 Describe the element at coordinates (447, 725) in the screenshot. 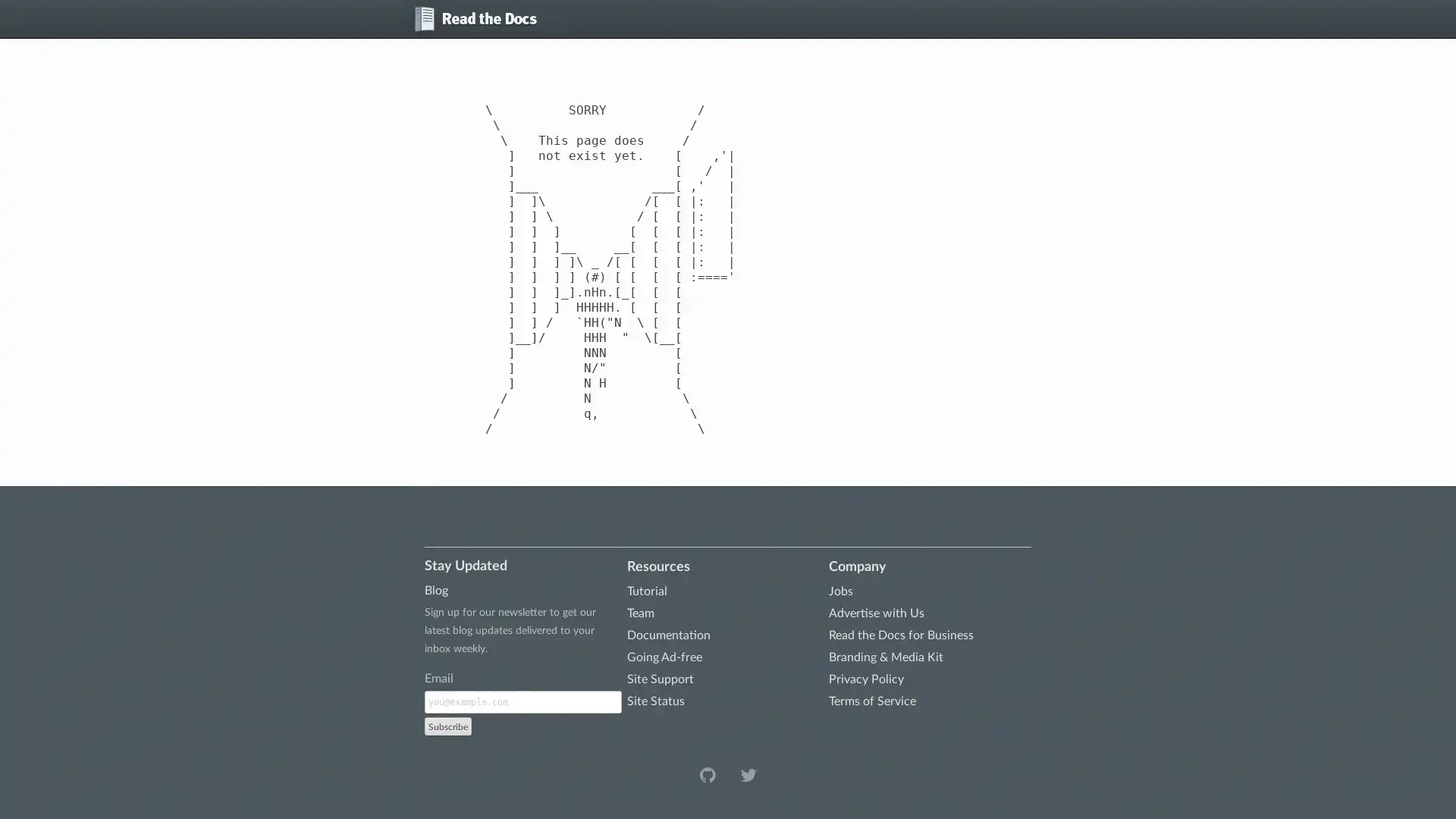

I see `Subscribe` at that location.